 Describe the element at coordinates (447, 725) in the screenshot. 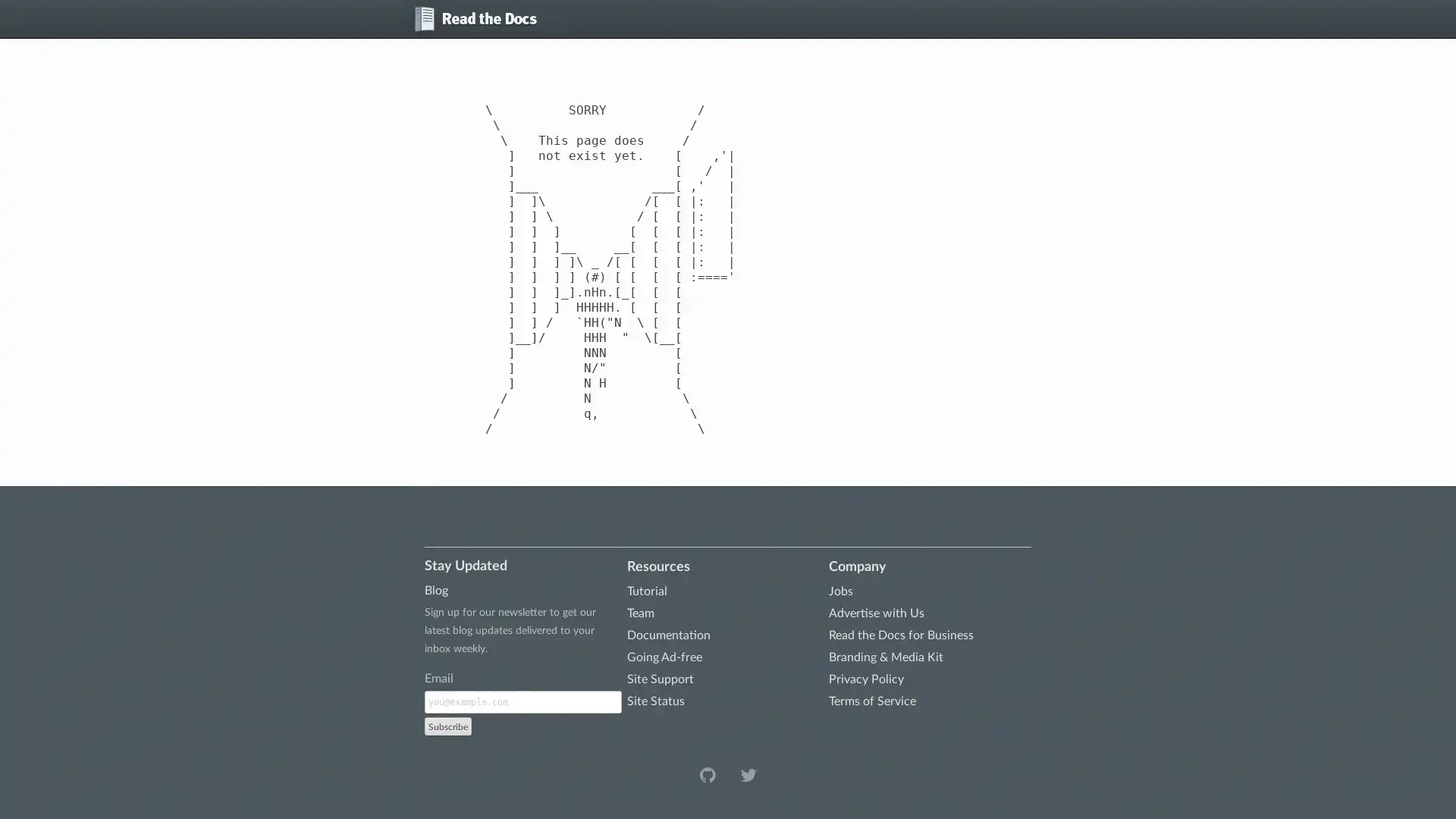

I see `Subscribe` at that location.